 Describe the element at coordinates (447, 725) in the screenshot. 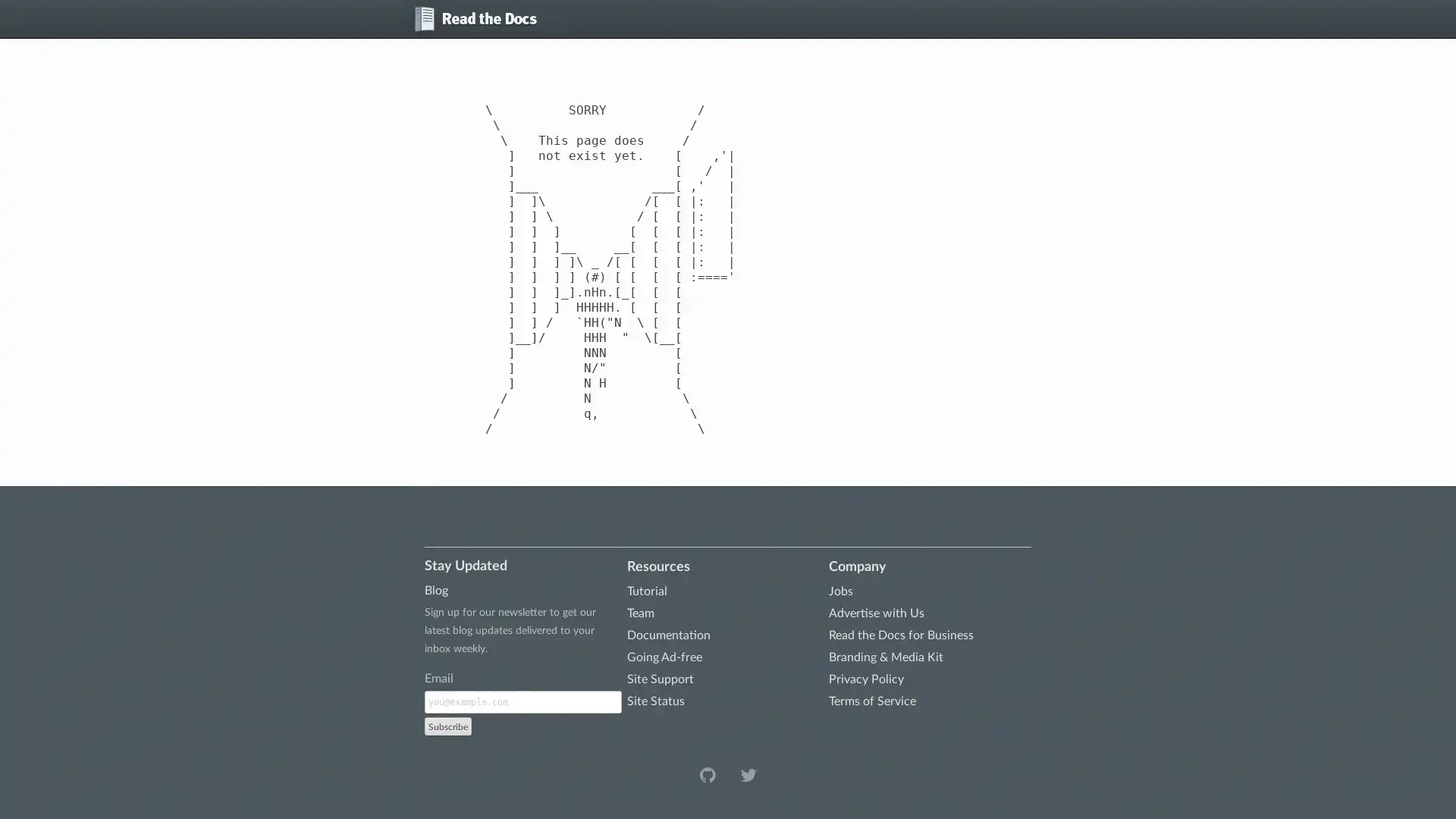

I see `Subscribe` at that location.